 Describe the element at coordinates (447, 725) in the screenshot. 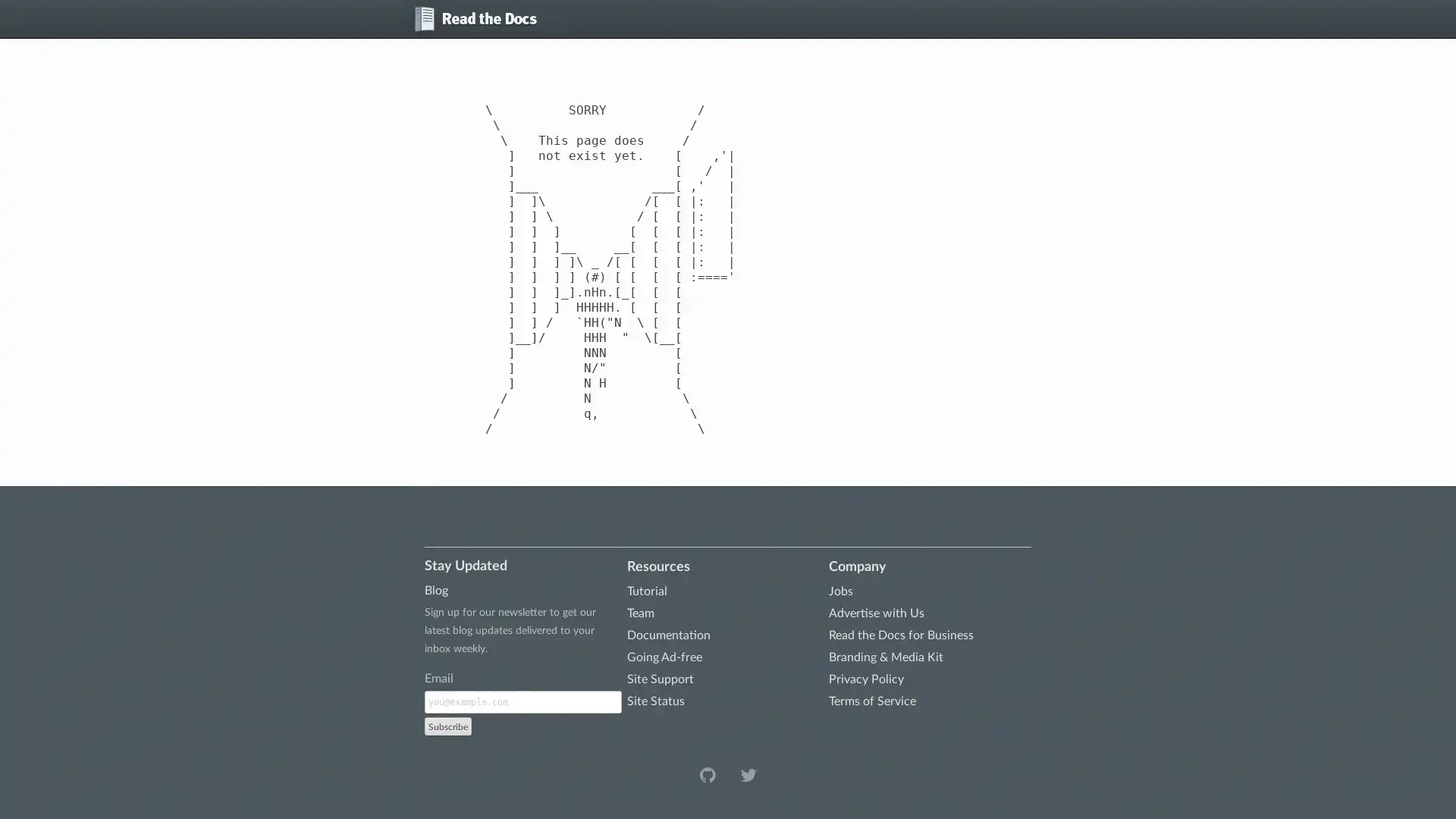

I see `Subscribe` at that location.